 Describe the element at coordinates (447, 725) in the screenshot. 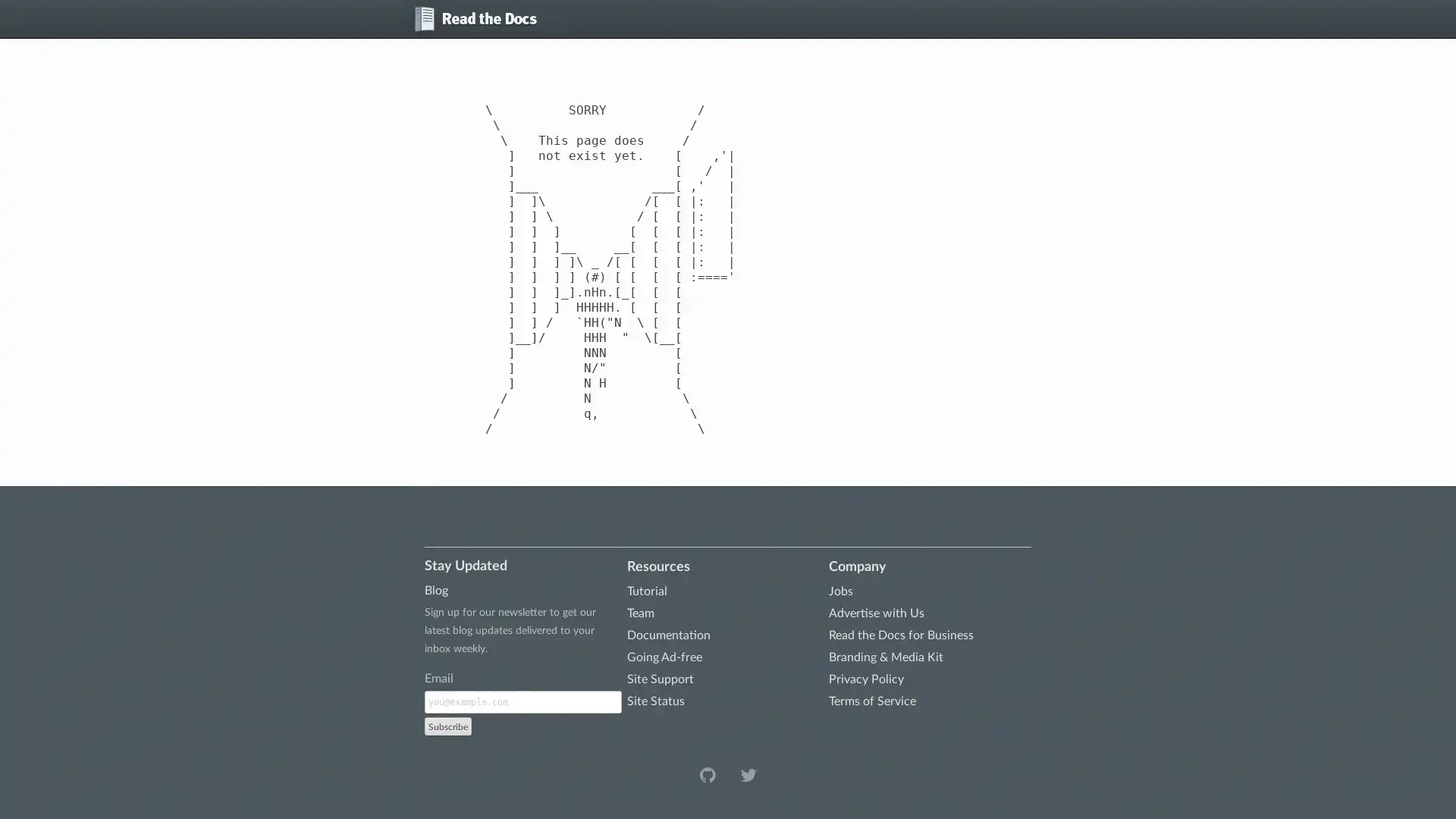

I see `Subscribe` at that location.